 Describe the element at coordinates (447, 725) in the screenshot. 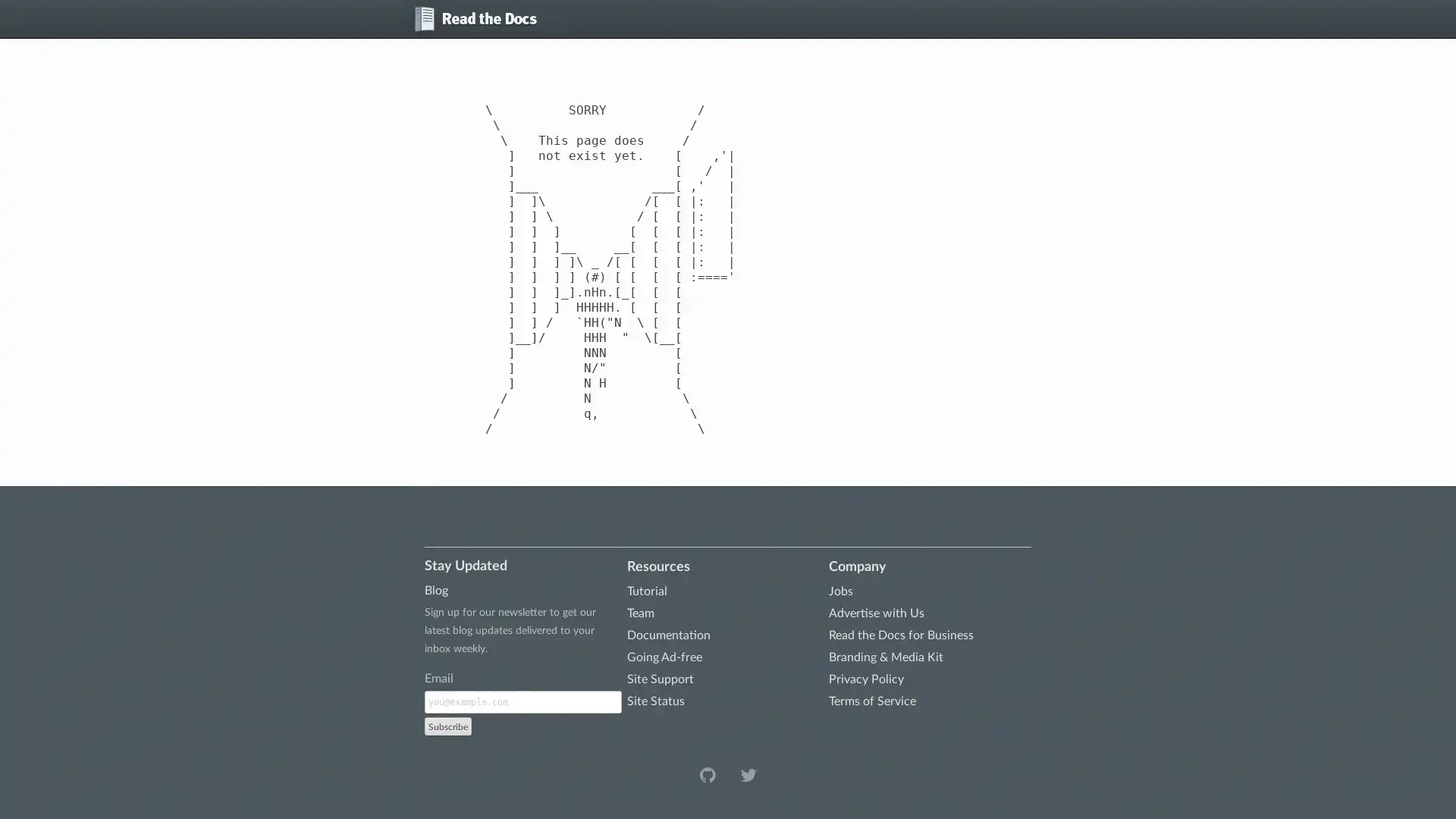

I see `Subscribe` at that location.